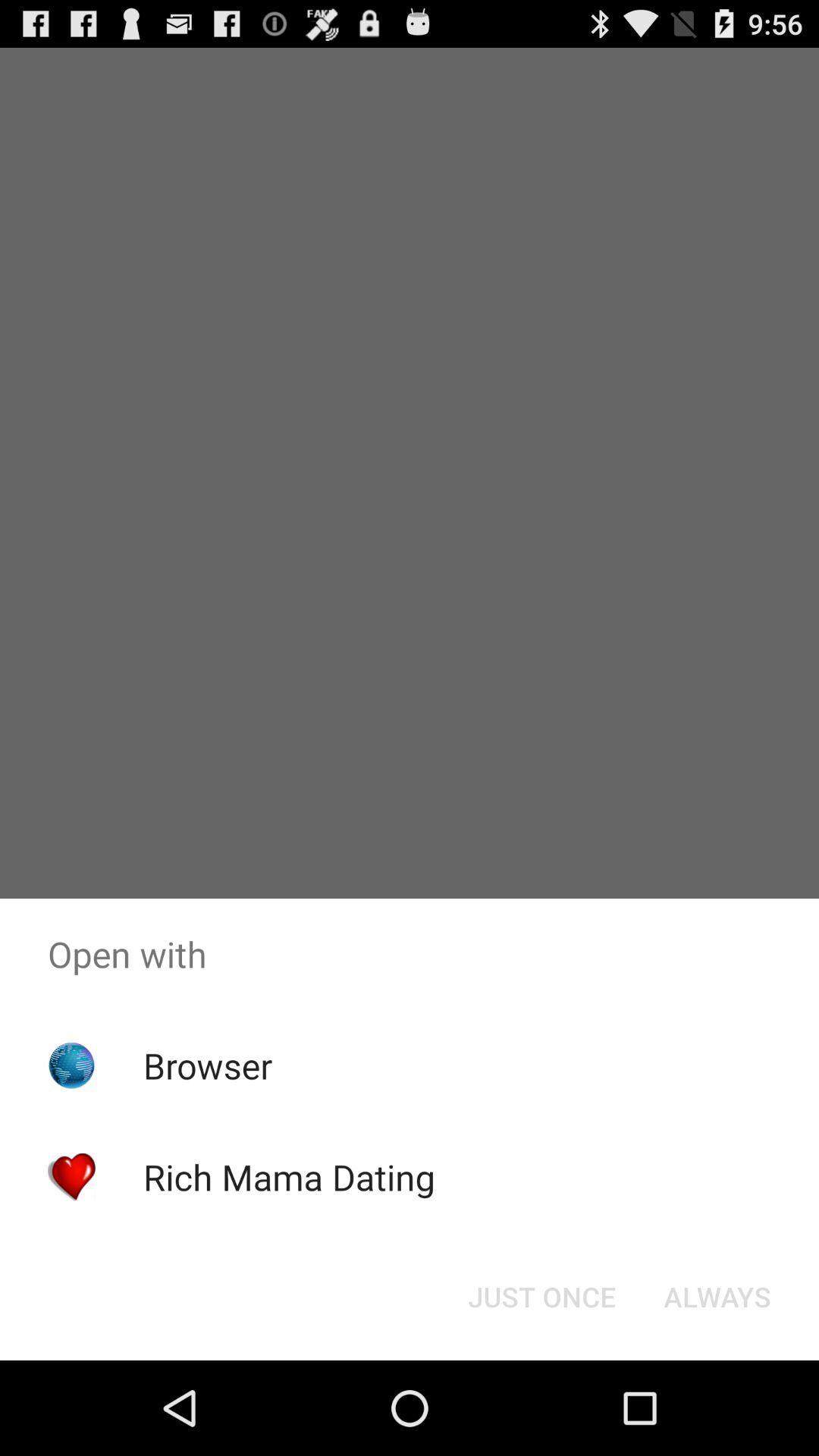 Image resolution: width=819 pixels, height=1456 pixels. Describe the element at coordinates (208, 1065) in the screenshot. I see `the icon above the rich mama dating app` at that location.